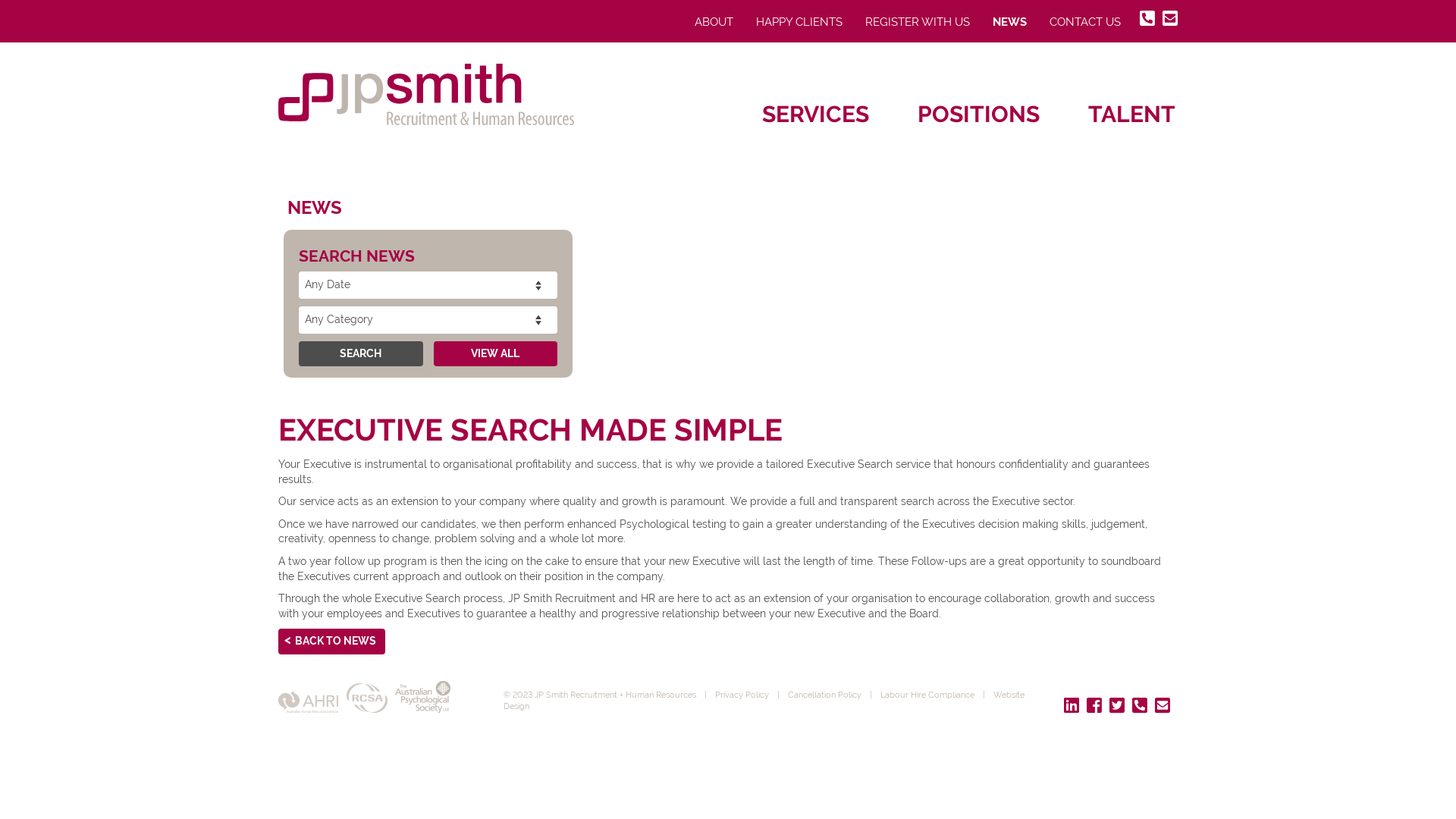  What do you see at coordinates (1084, 22) in the screenshot?
I see `'CONTACT US'` at bounding box center [1084, 22].